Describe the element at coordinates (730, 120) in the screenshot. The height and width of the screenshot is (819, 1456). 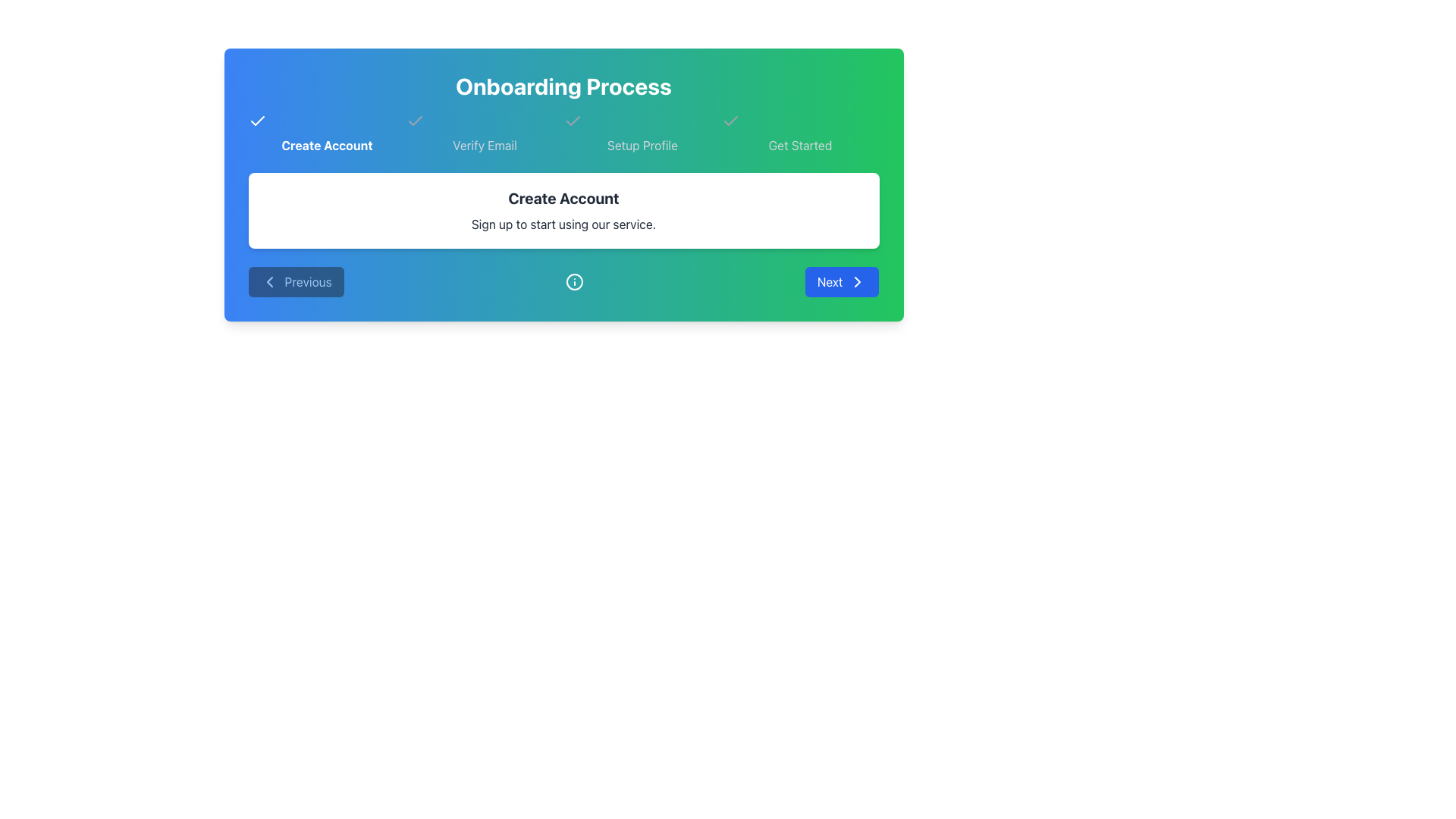
I see `the checkmark icon indicating progress or completion, located to the left of the 'Setup Profile' label in the 'Onboarding Process' header section` at that location.